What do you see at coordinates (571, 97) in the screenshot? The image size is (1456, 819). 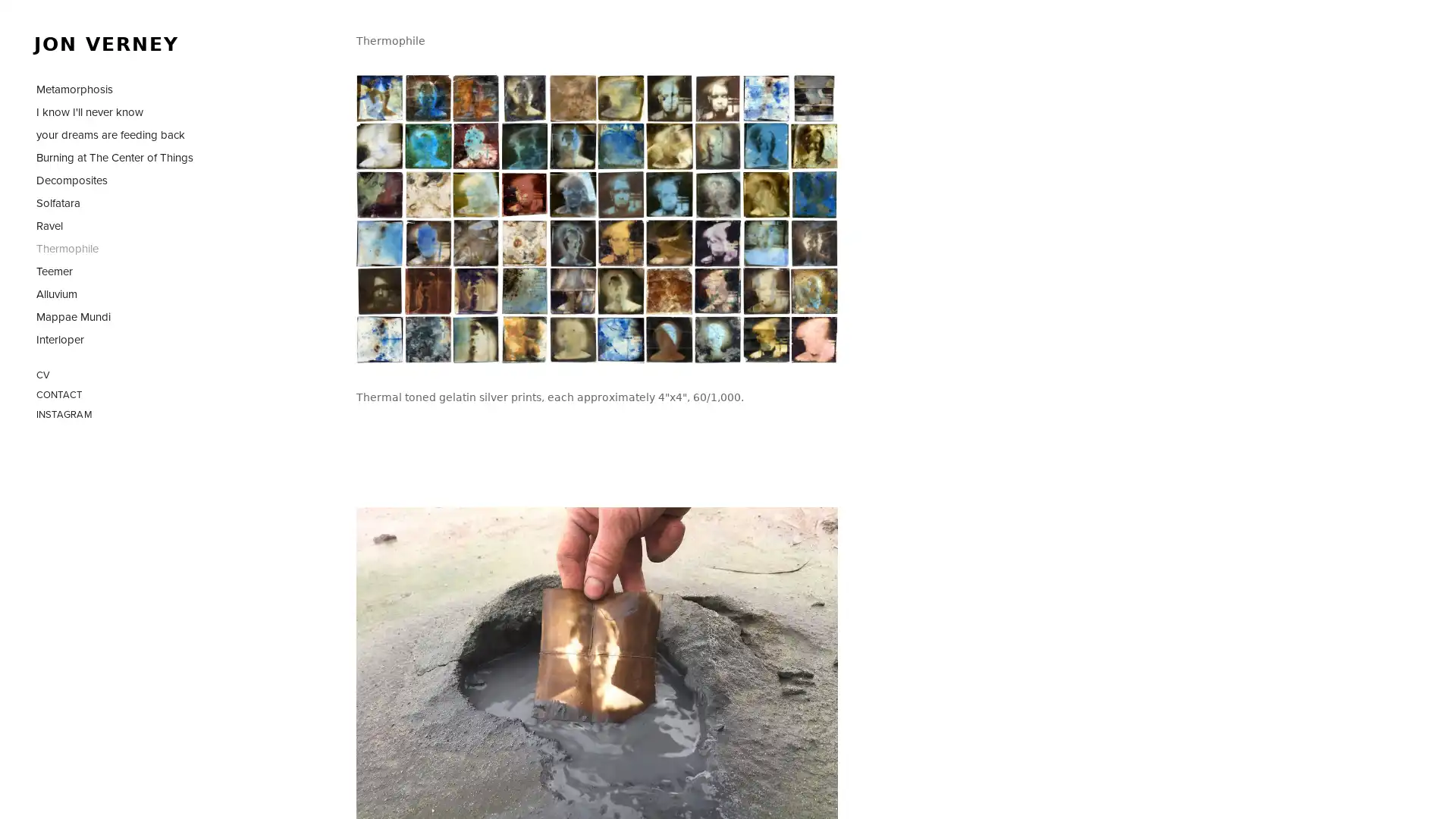 I see `View fullsize jon_verney_thermophile_32.jpg` at bounding box center [571, 97].